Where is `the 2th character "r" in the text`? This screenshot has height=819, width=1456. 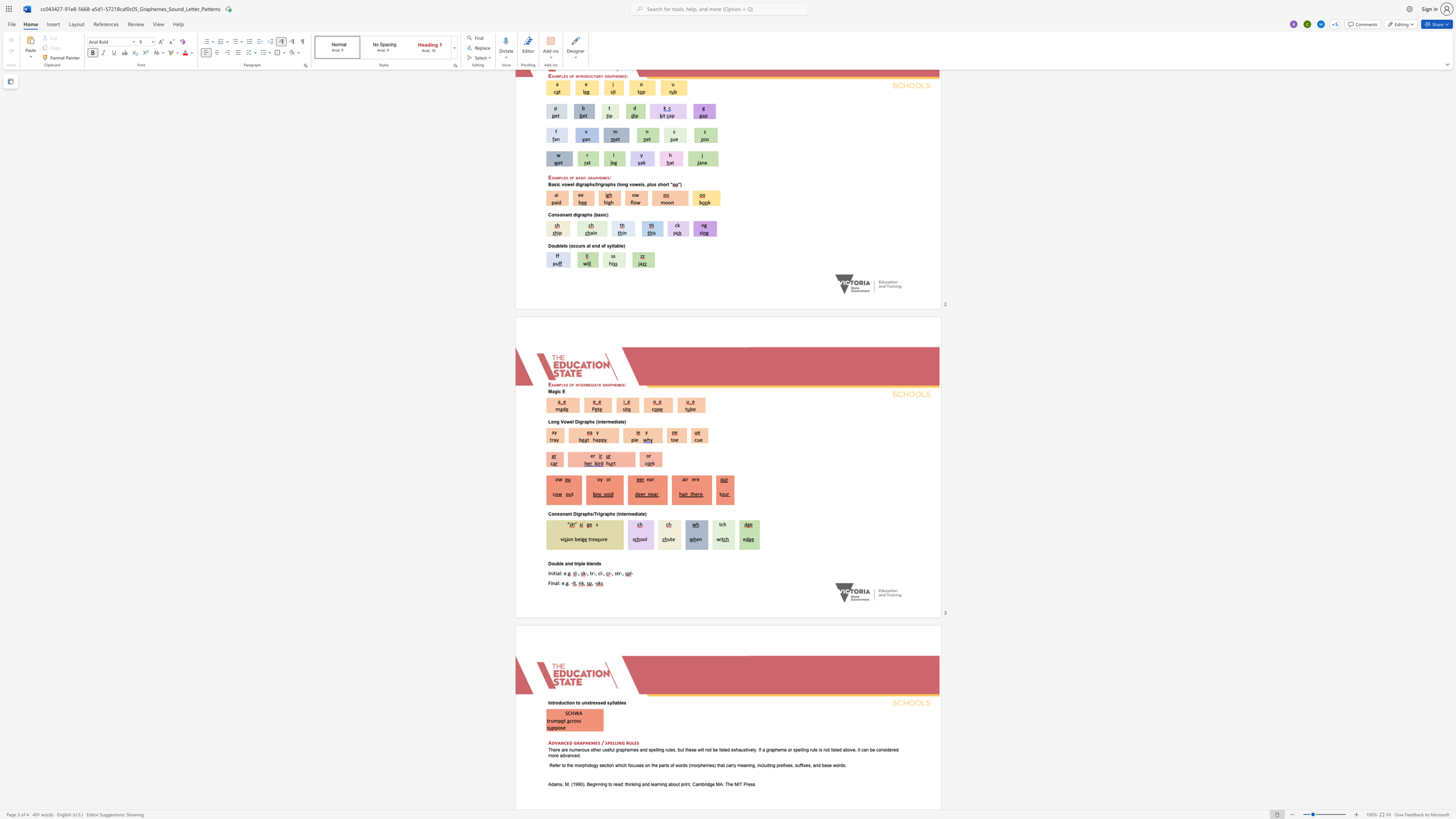 the 2th character "r" in the text is located at coordinates (695, 479).